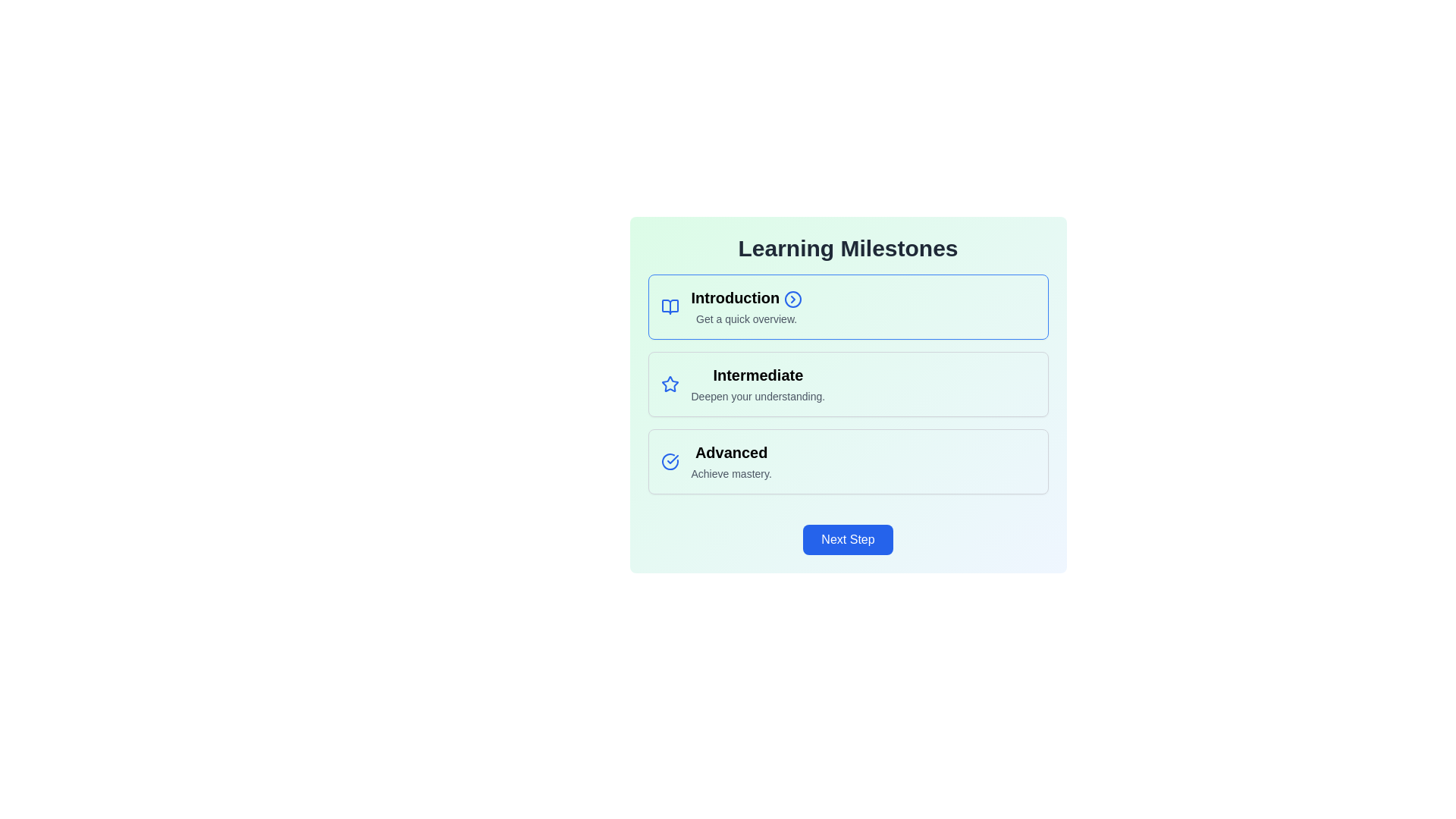 The width and height of the screenshot is (1456, 819). What do you see at coordinates (847, 539) in the screenshot?
I see `the navigation button located at the bottom center of the card structure` at bounding box center [847, 539].